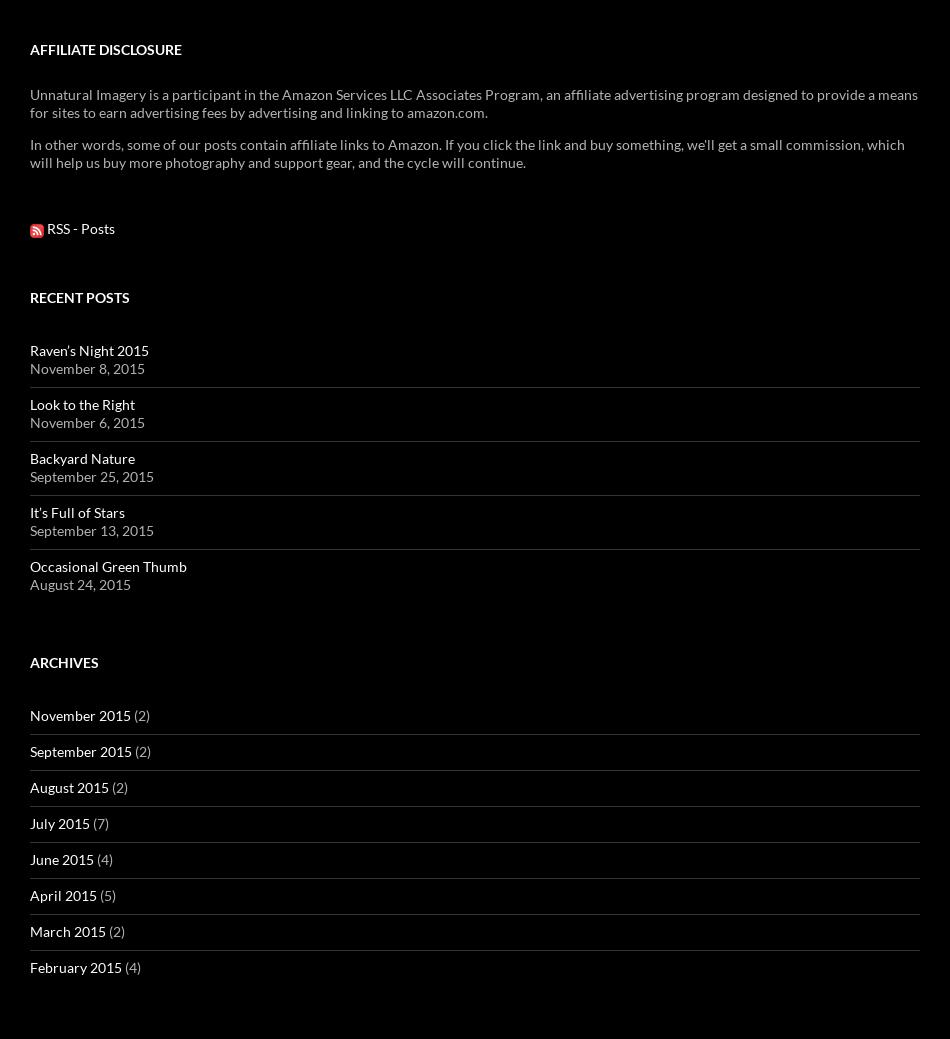 The width and height of the screenshot is (950, 1039). Describe the element at coordinates (394, 137) in the screenshot. I see `'sarah'` at that location.